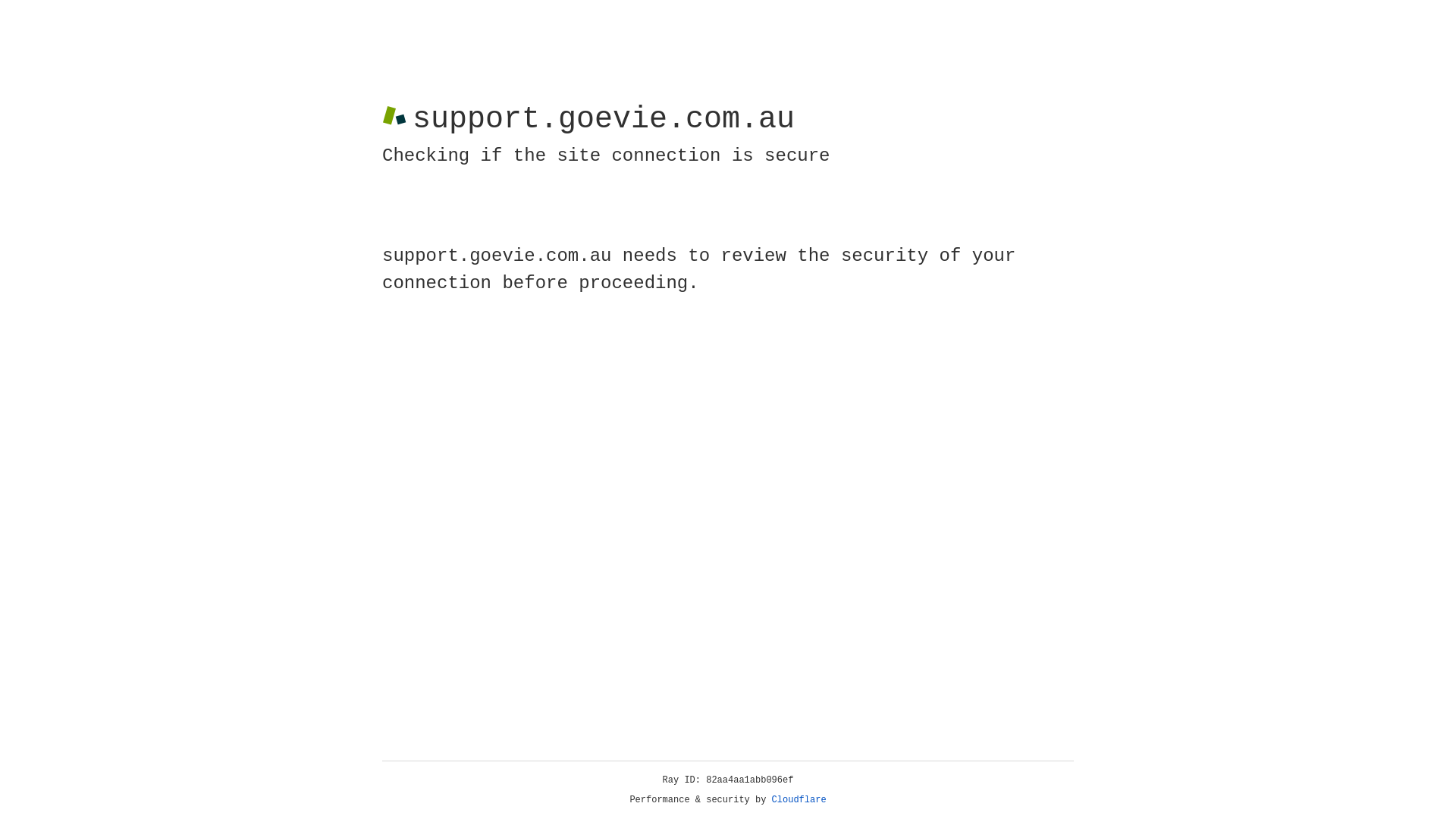 This screenshot has height=819, width=1456. I want to click on 'Cloudflare', so click(799, 799).